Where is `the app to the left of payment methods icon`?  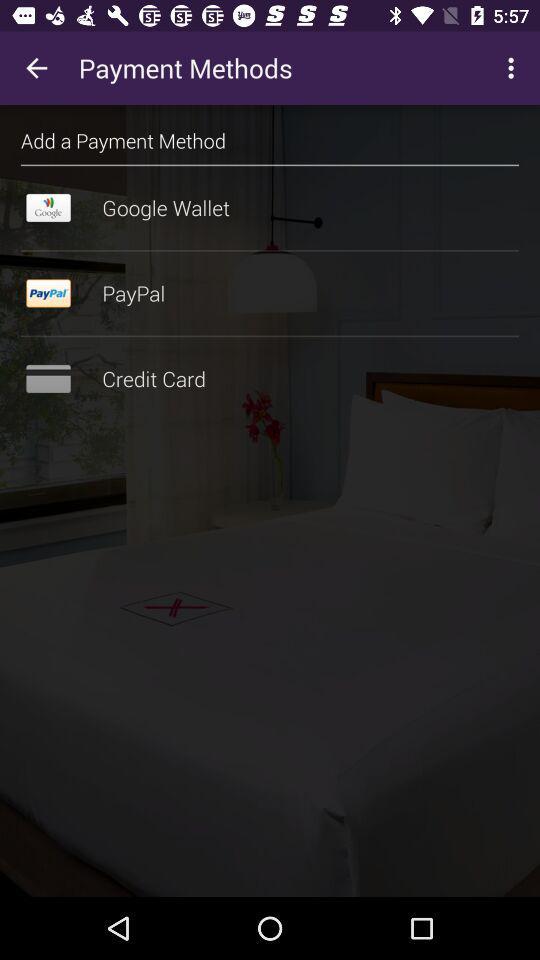 the app to the left of payment methods icon is located at coordinates (36, 68).